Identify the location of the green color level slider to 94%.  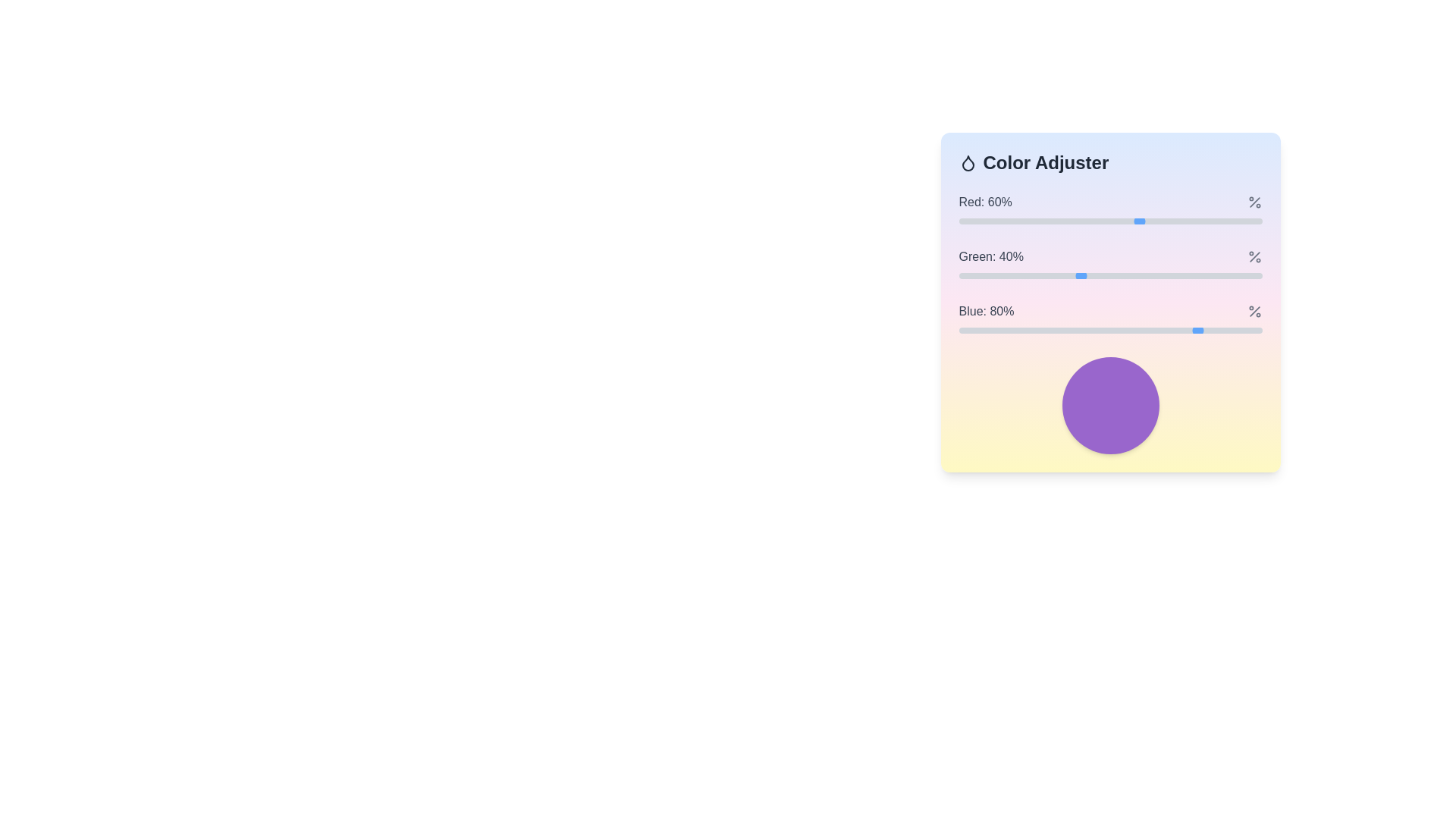
(1244, 275).